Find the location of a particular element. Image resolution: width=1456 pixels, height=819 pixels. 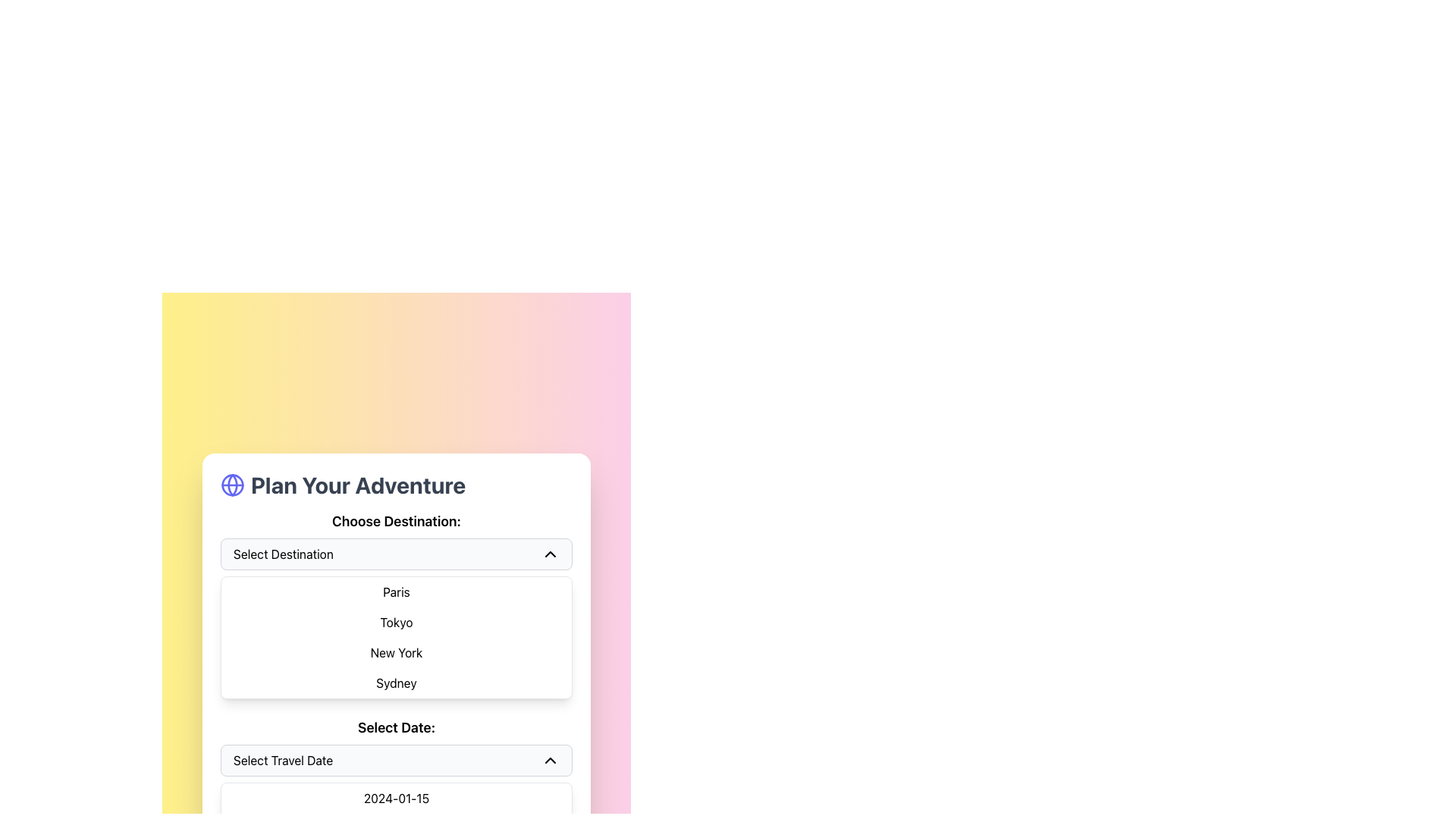

the Dropdown button for selecting a travel date via keyboard navigation is located at coordinates (397, 760).